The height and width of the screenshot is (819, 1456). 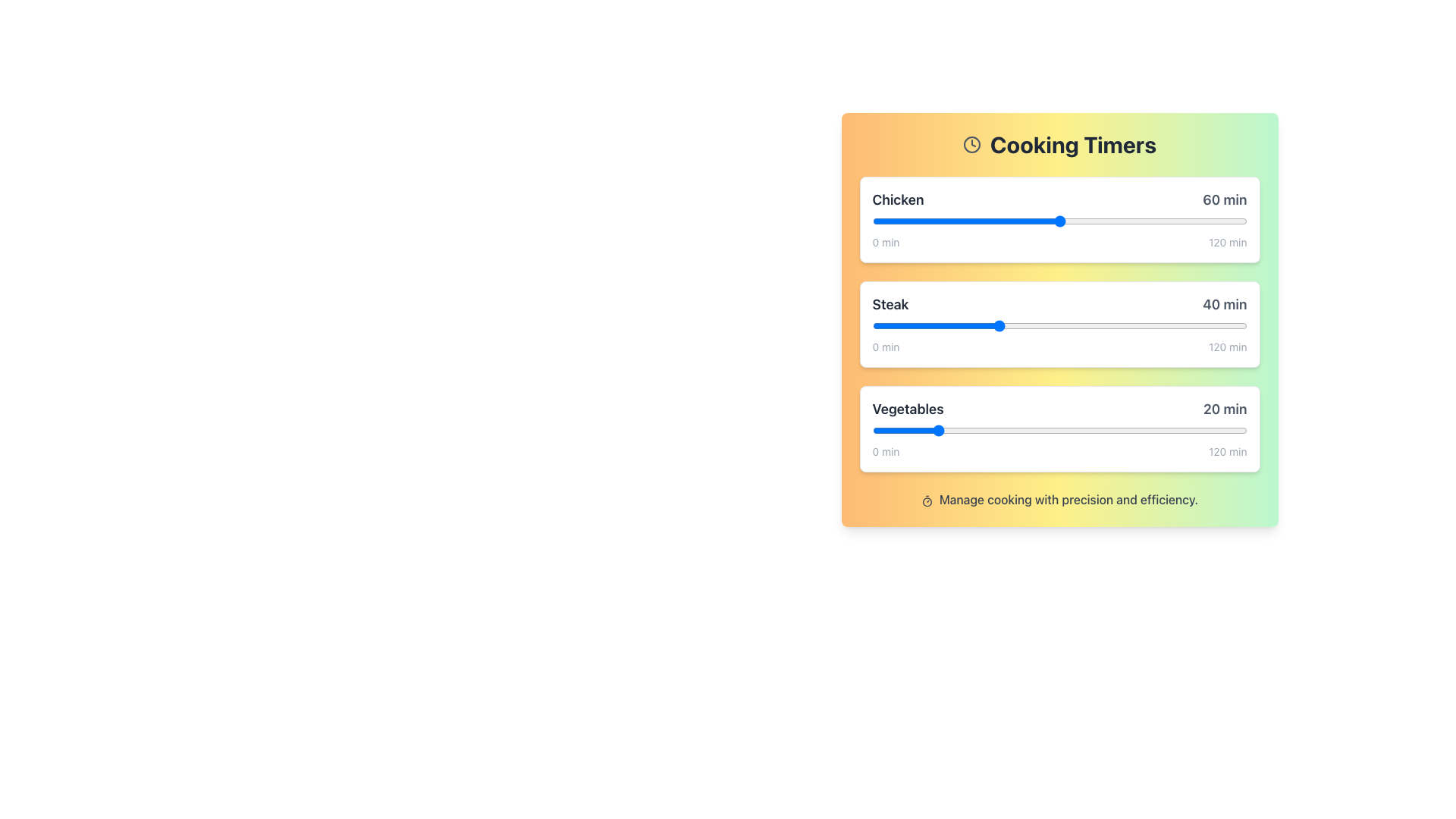 I want to click on cooking time for steak, so click(x=1187, y=325).